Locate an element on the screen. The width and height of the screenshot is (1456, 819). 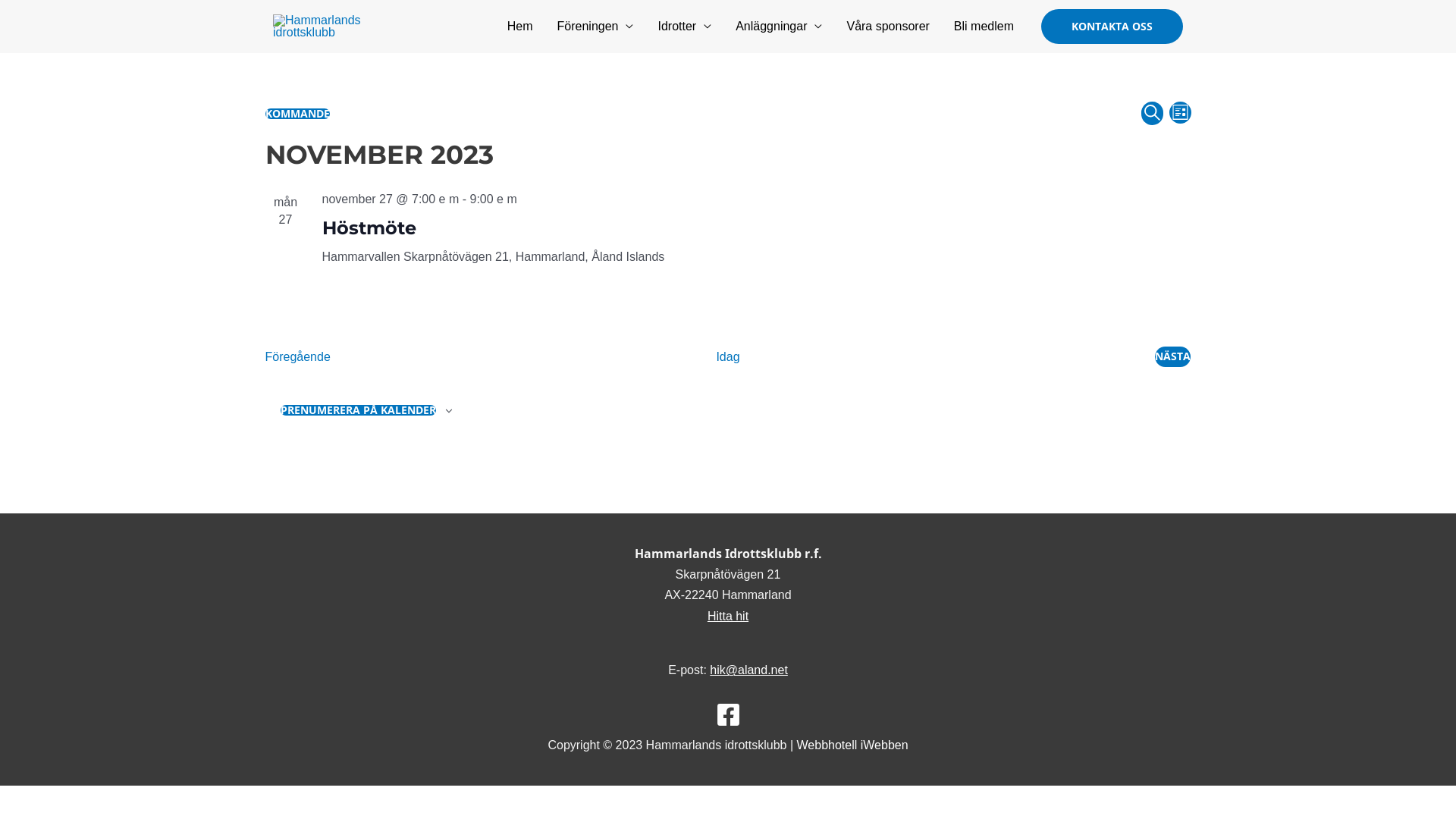
'hik@aland.net' is located at coordinates (748, 669).